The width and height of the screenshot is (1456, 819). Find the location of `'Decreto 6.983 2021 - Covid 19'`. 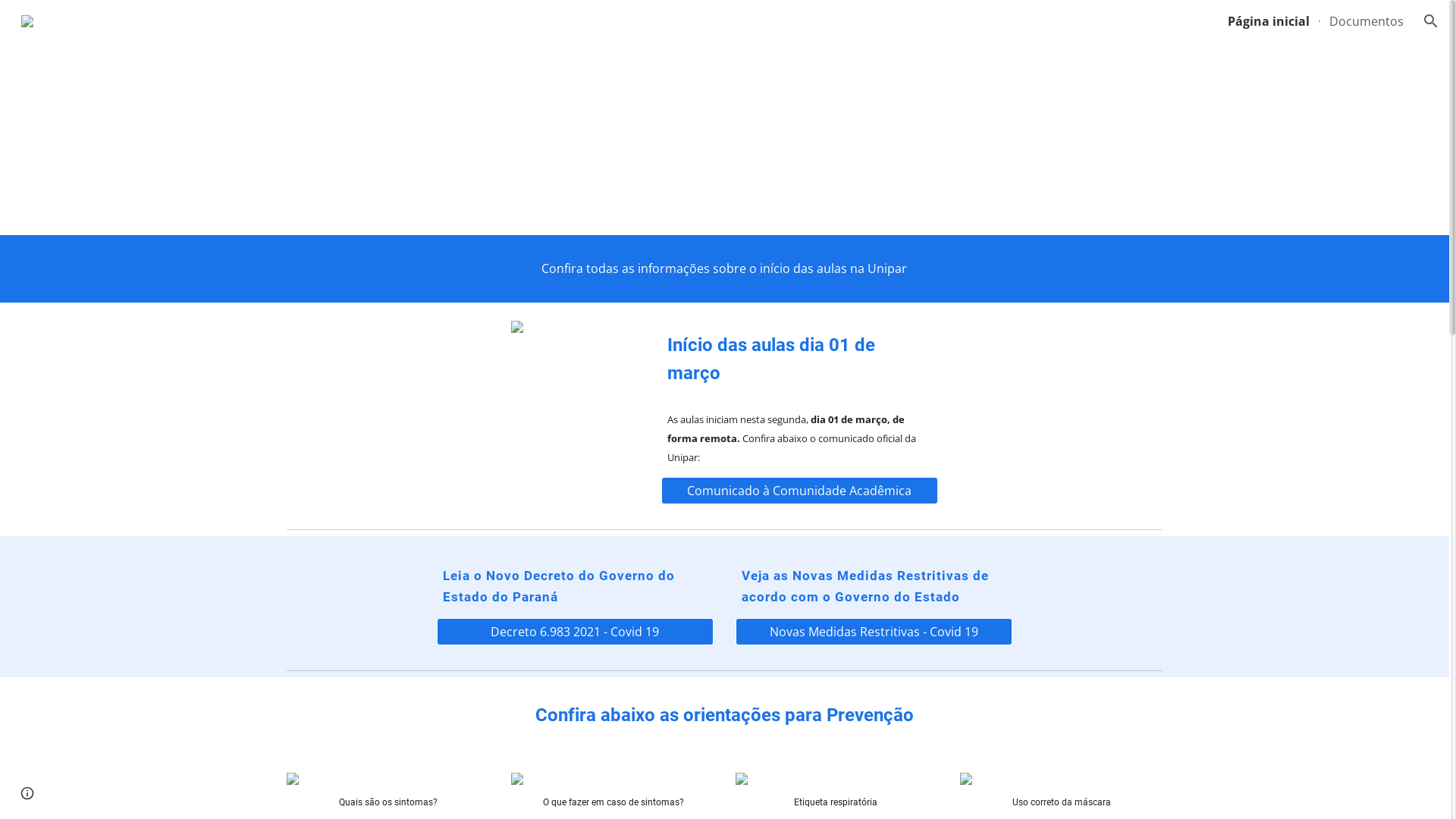

'Decreto 6.983 2021 - Covid 19' is located at coordinates (574, 632).